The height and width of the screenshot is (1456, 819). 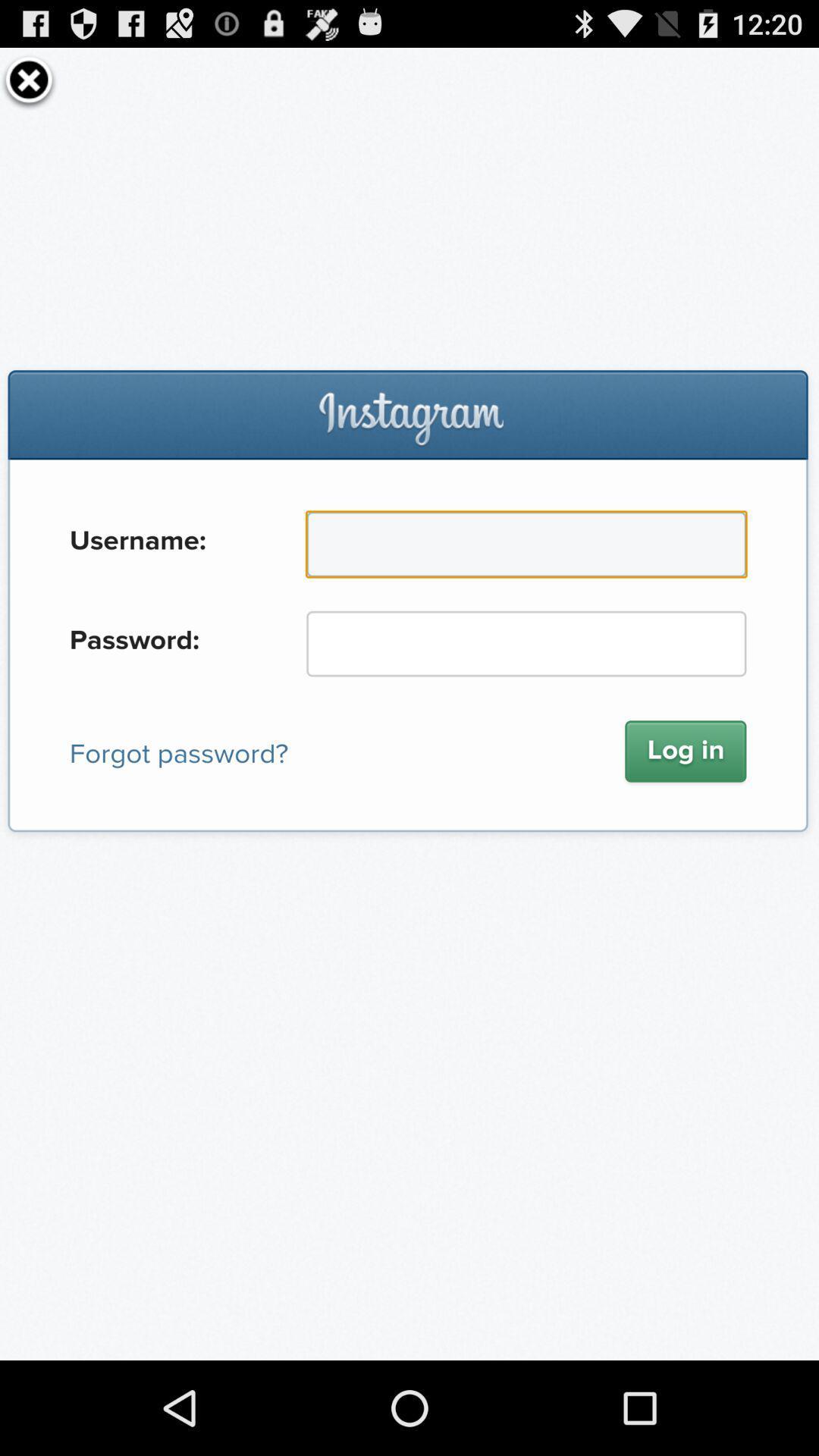 What do you see at coordinates (29, 79) in the screenshot?
I see `to close the windows` at bounding box center [29, 79].